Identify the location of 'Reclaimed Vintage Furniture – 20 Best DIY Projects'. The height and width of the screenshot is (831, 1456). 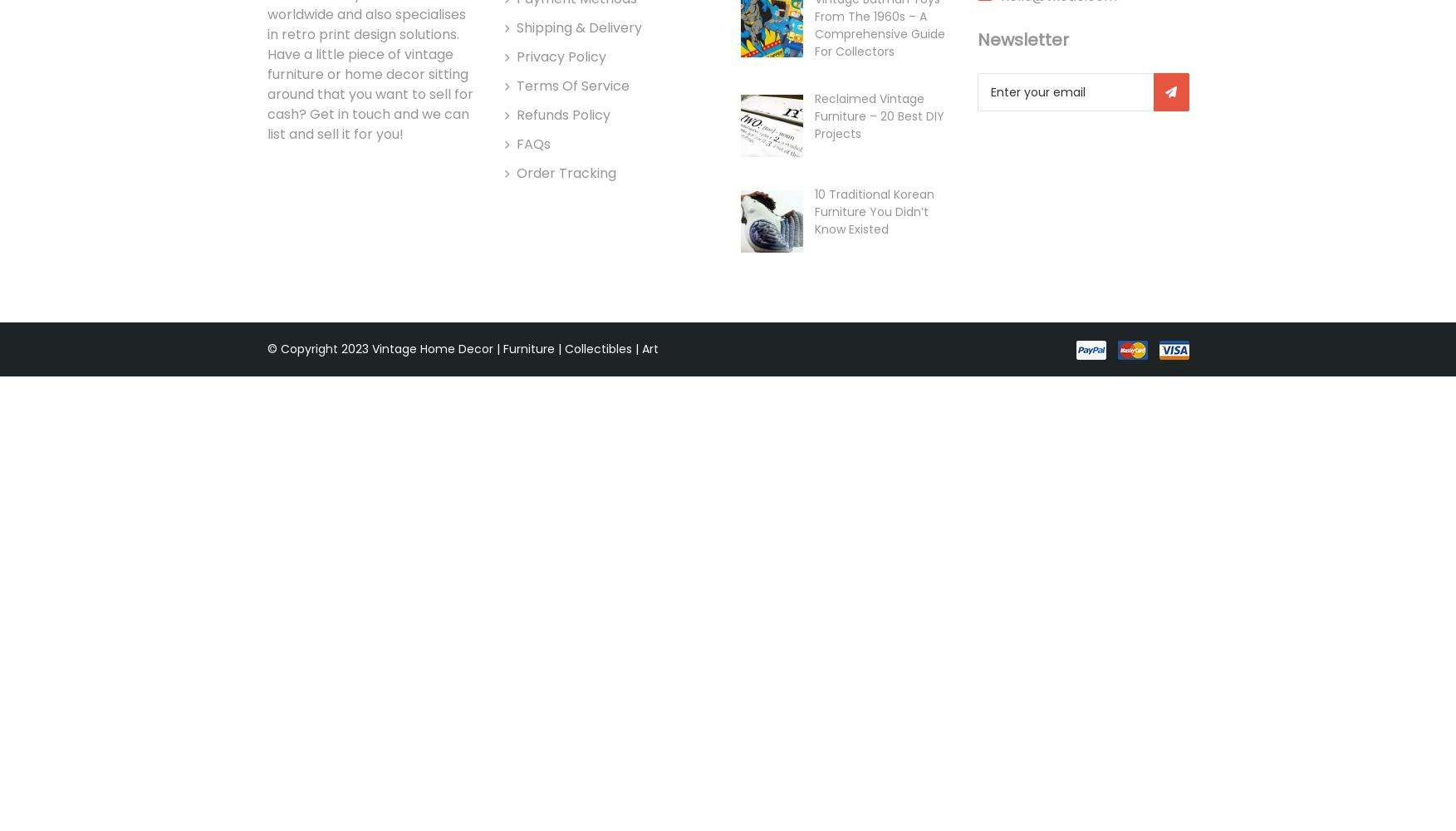
(877, 116).